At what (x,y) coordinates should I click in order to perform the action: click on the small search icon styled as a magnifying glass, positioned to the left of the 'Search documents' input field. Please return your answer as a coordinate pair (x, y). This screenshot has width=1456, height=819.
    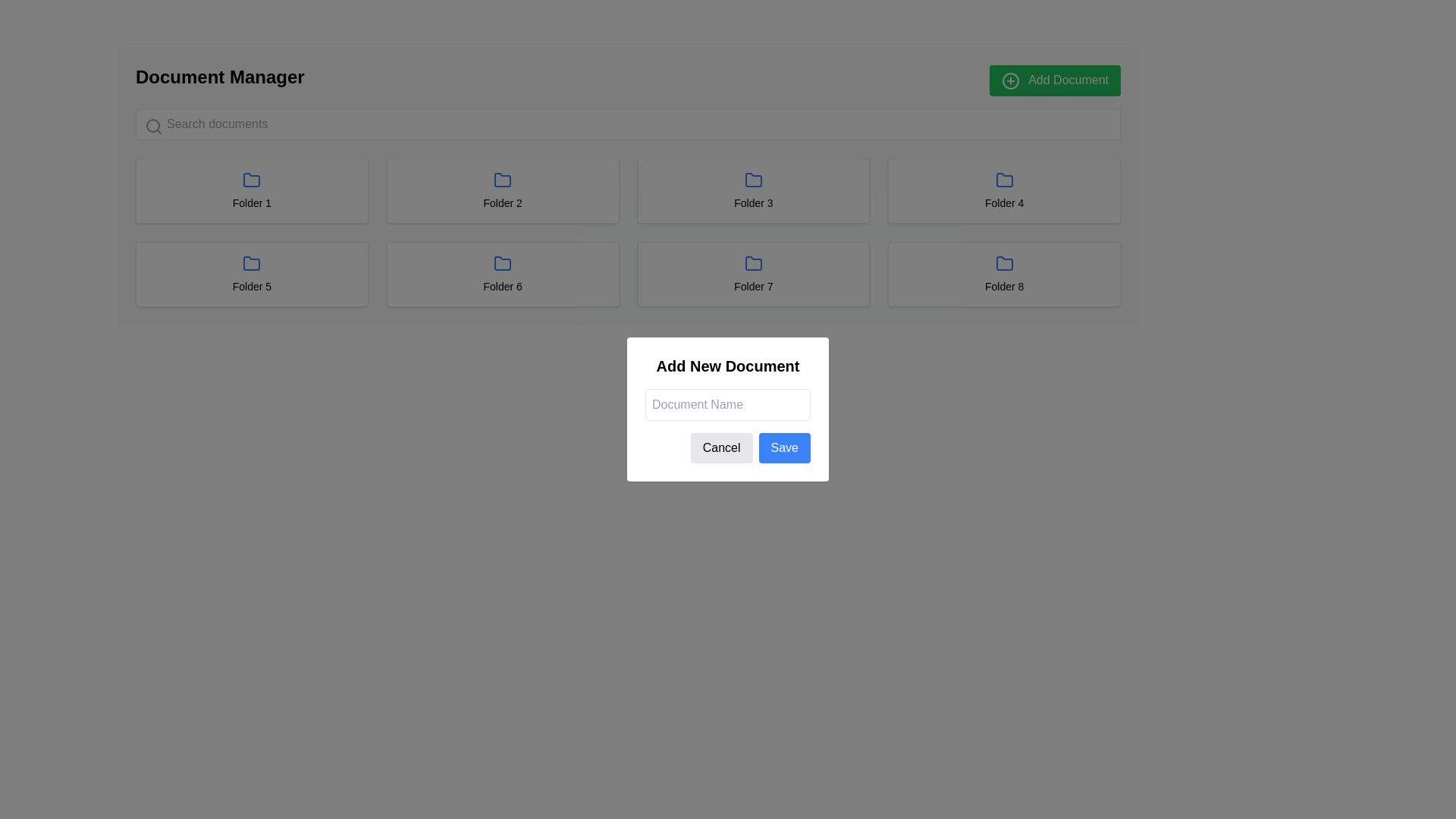
    Looking at the image, I should click on (153, 124).